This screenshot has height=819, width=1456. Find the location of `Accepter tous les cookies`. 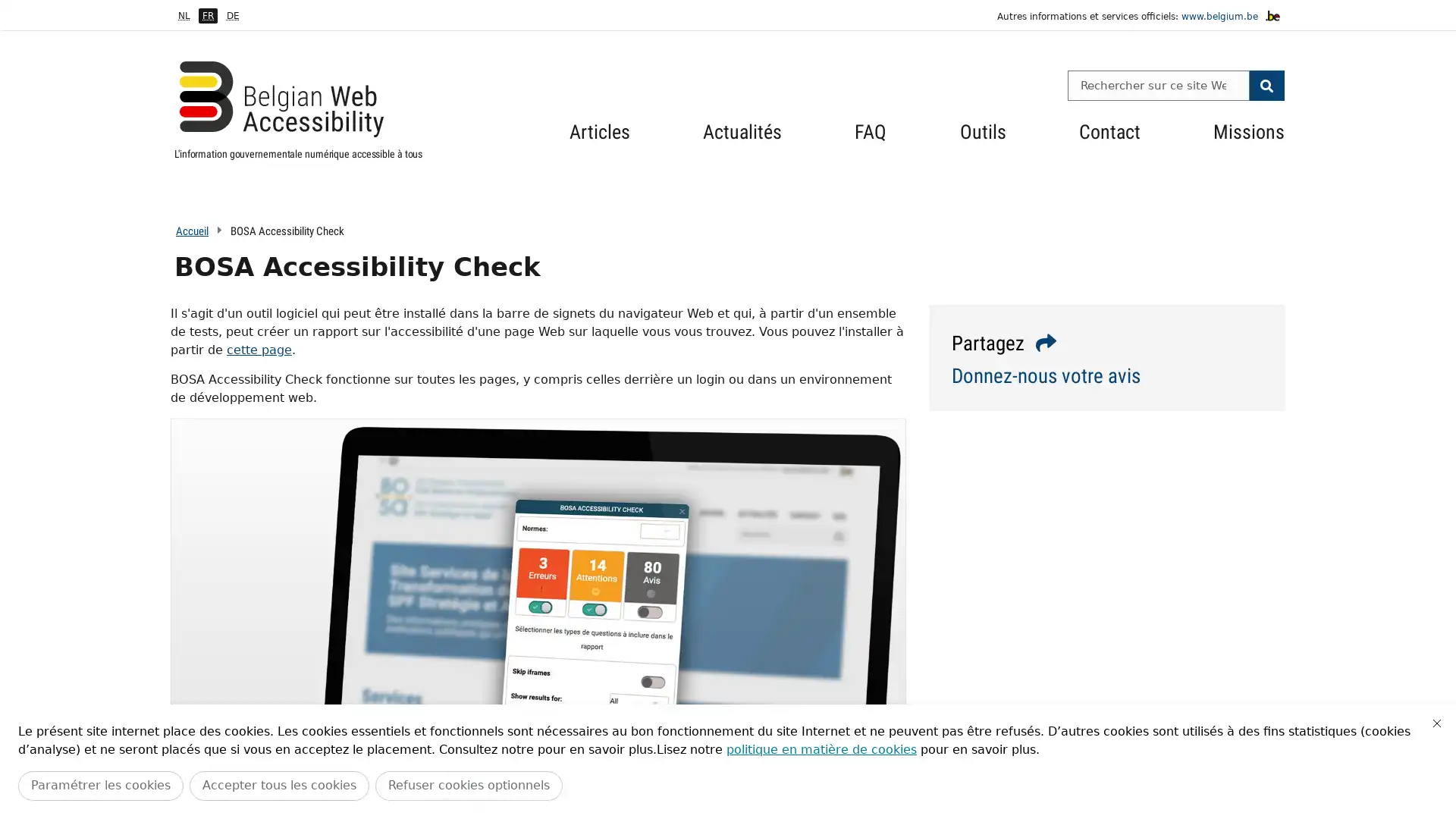

Accepter tous les cookies is located at coordinates (279, 785).